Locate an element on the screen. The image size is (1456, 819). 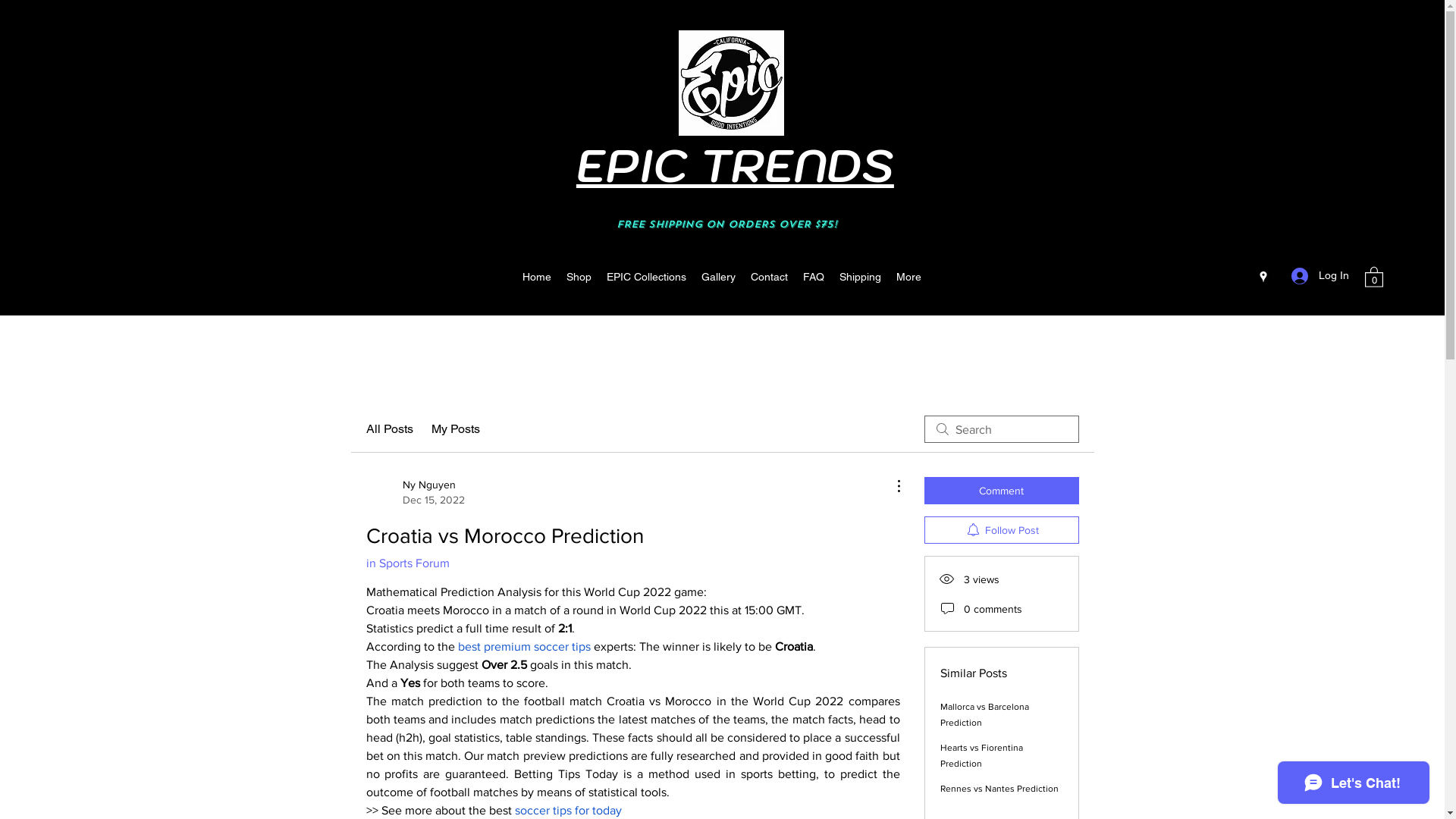
'Hearts vs Fiorentina Prediction' is located at coordinates (981, 755).